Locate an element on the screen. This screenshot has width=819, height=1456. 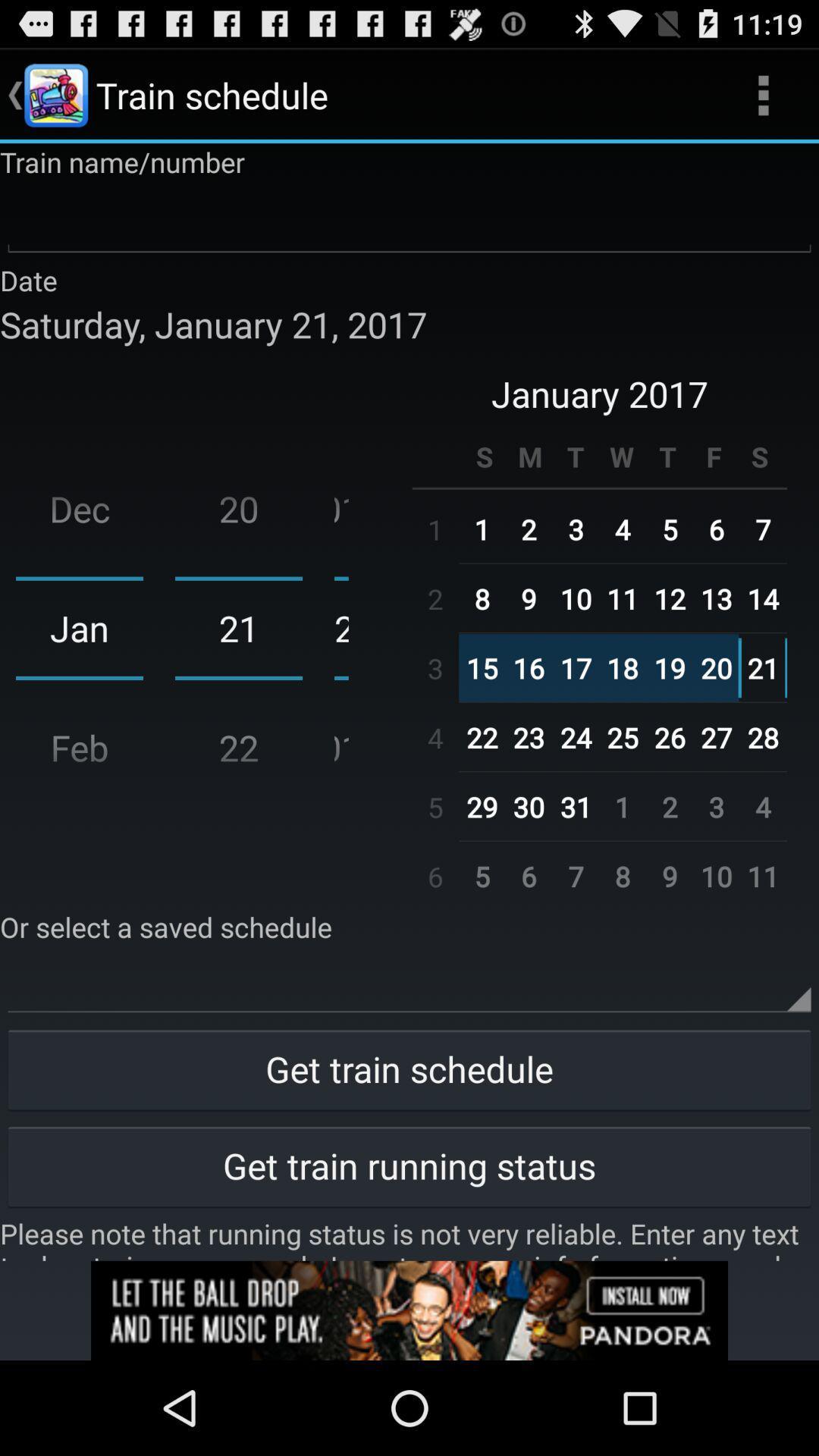
click on advertisement is located at coordinates (409, 1310).